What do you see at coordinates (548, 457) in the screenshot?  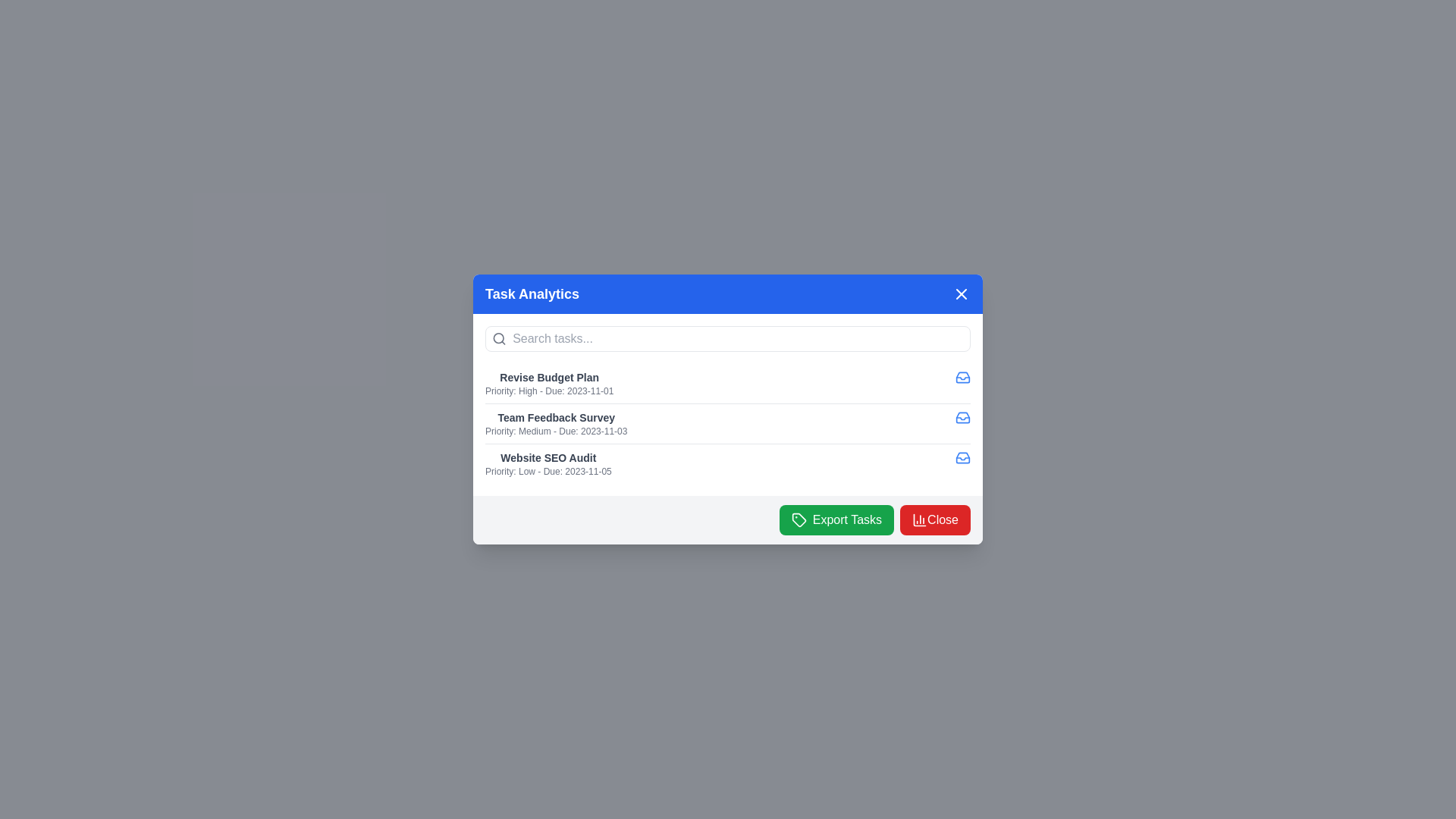 I see `text label displaying 'Website SEO Audit' which is the title of the third task under the 'Task Analytics' header` at bounding box center [548, 457].